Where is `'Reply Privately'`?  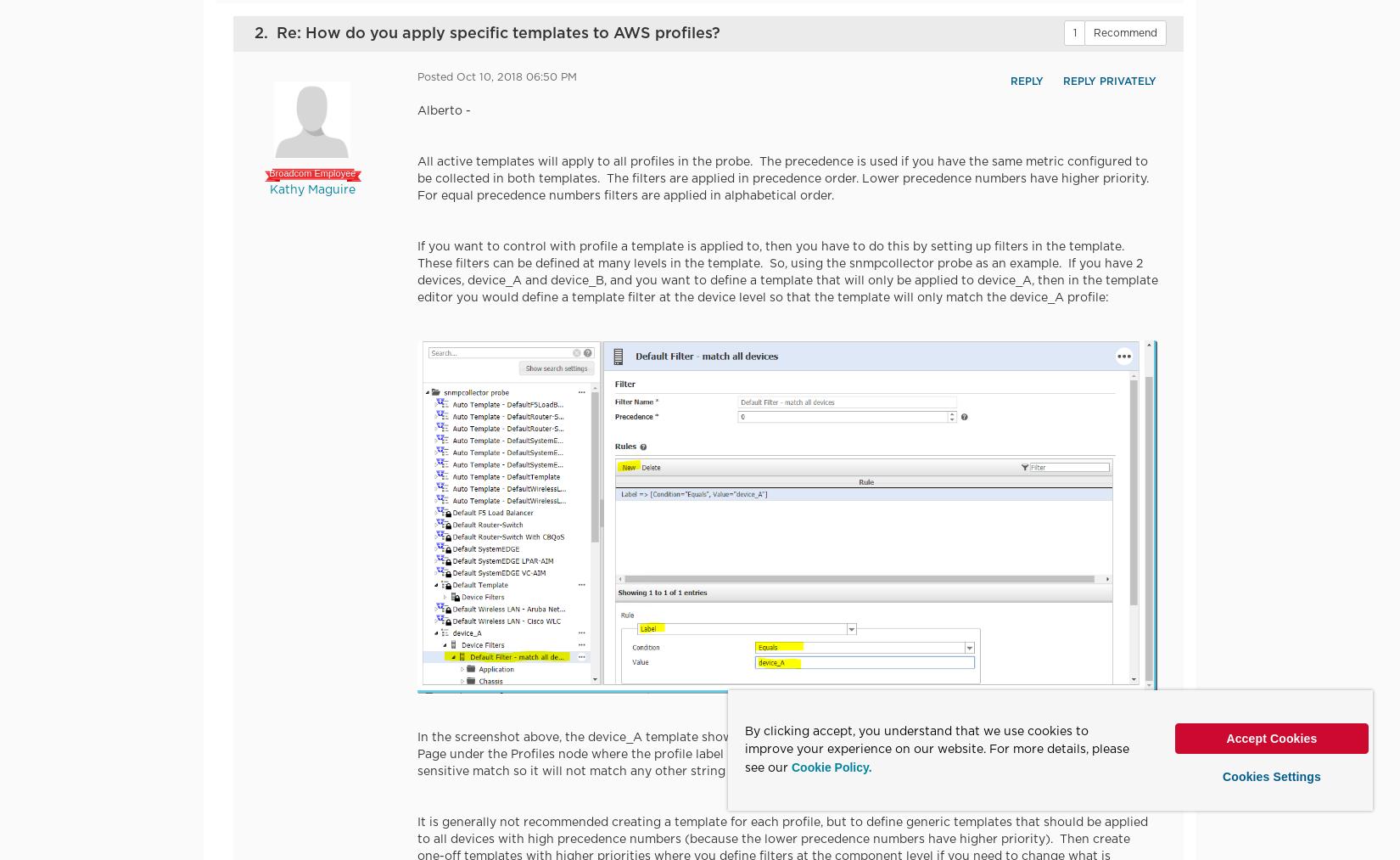
'Reply Privately' is located at coordinates (1107, 81).